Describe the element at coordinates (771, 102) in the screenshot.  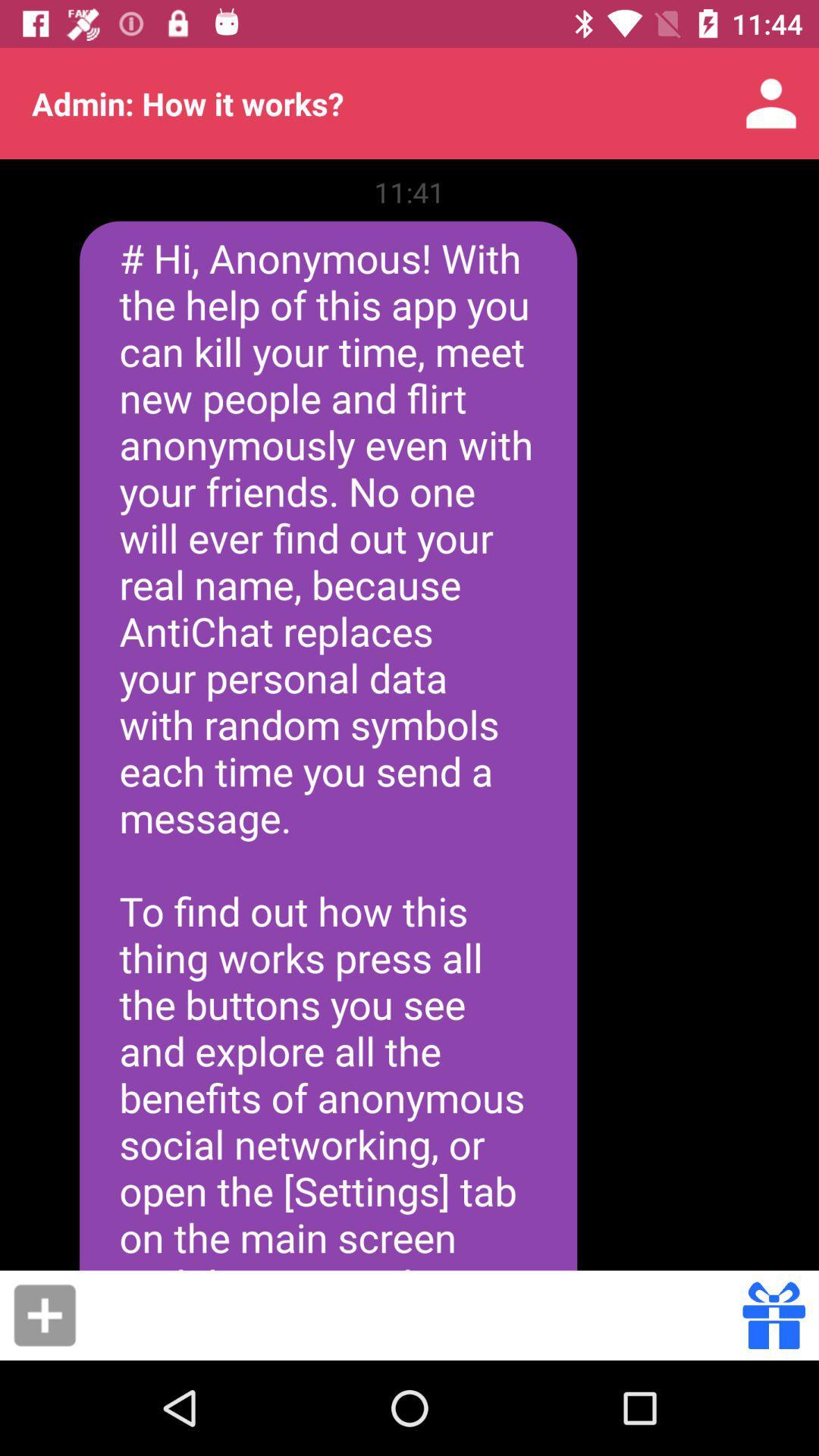
I see `icon to the right of the admin how it app` at that location.